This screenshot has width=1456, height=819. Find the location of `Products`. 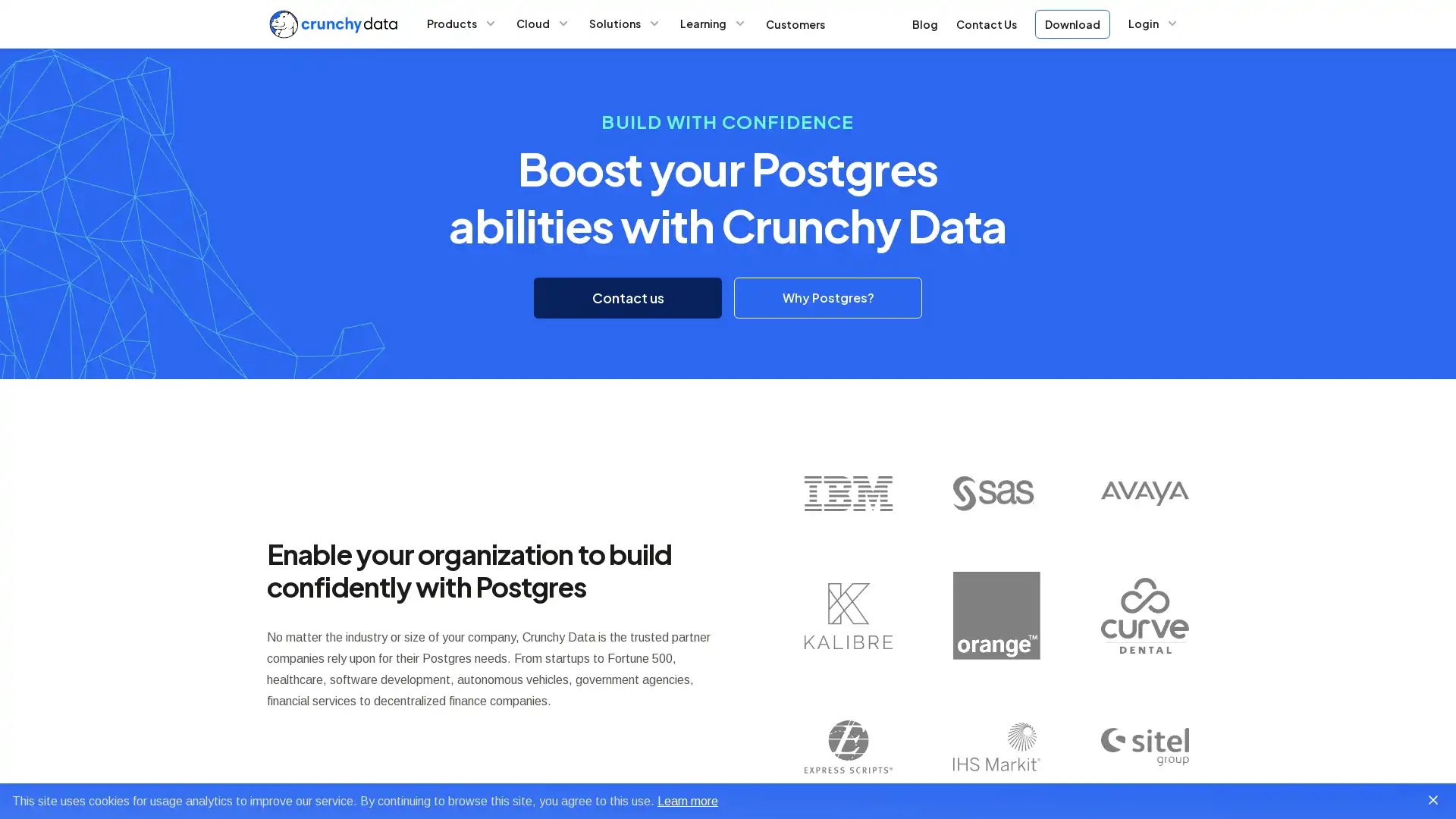

Products is located at coordinates (461, 23).